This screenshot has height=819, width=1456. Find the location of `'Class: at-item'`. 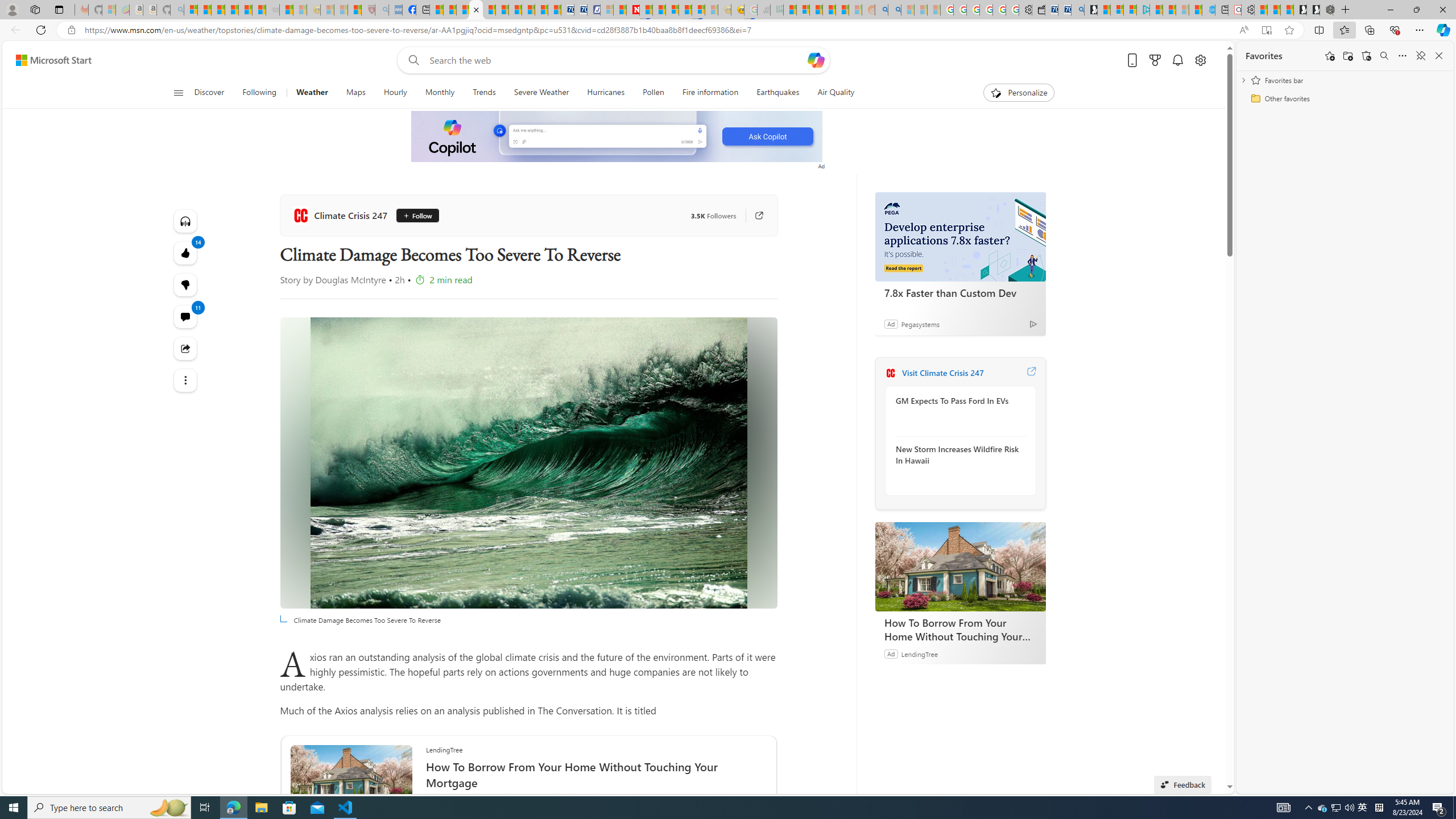

'Class: at-item' is located at coordinates (185, 379).